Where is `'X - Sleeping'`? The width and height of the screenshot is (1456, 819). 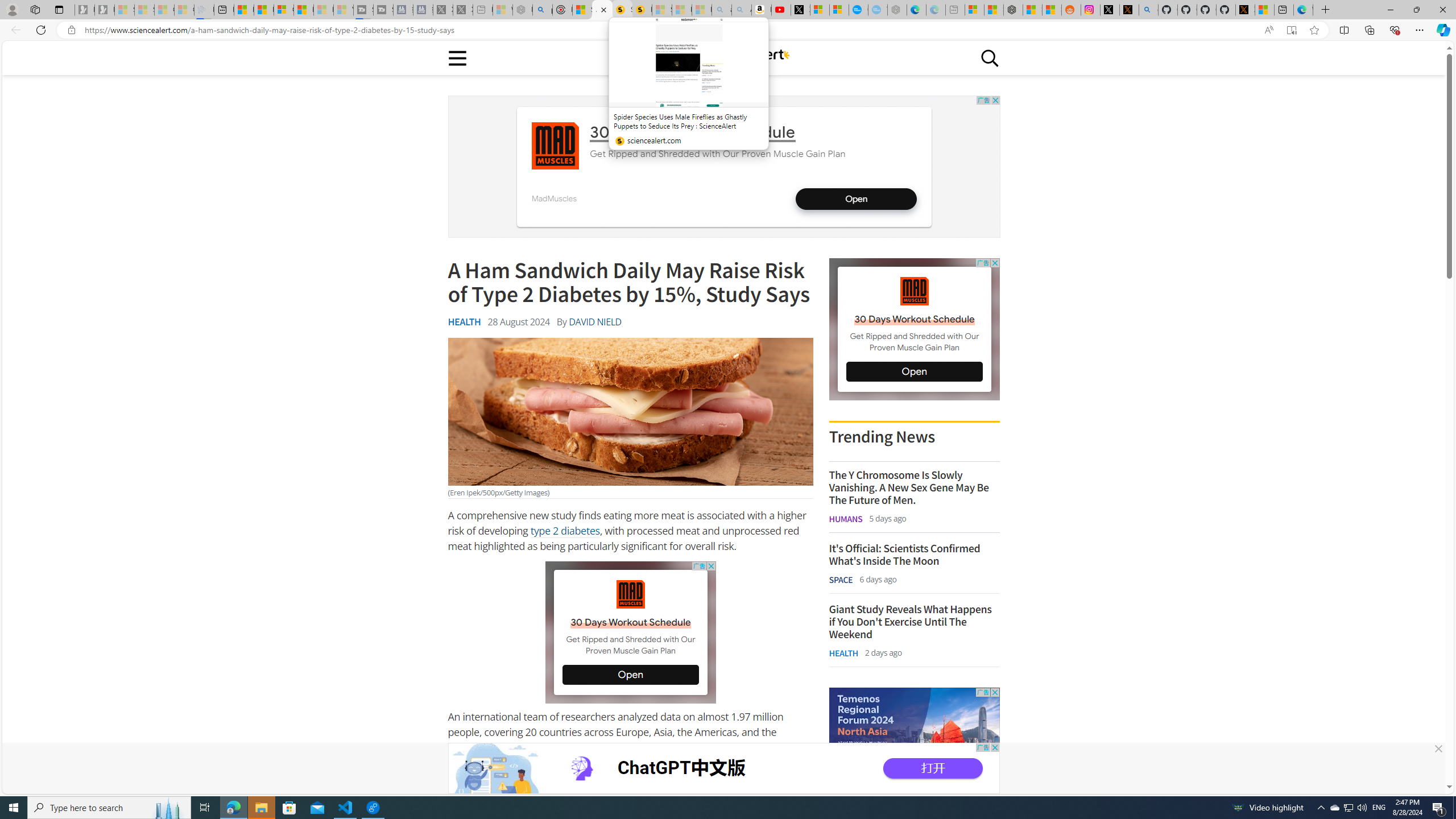
'X - Sleeping' is located at coordinates (463, 9).